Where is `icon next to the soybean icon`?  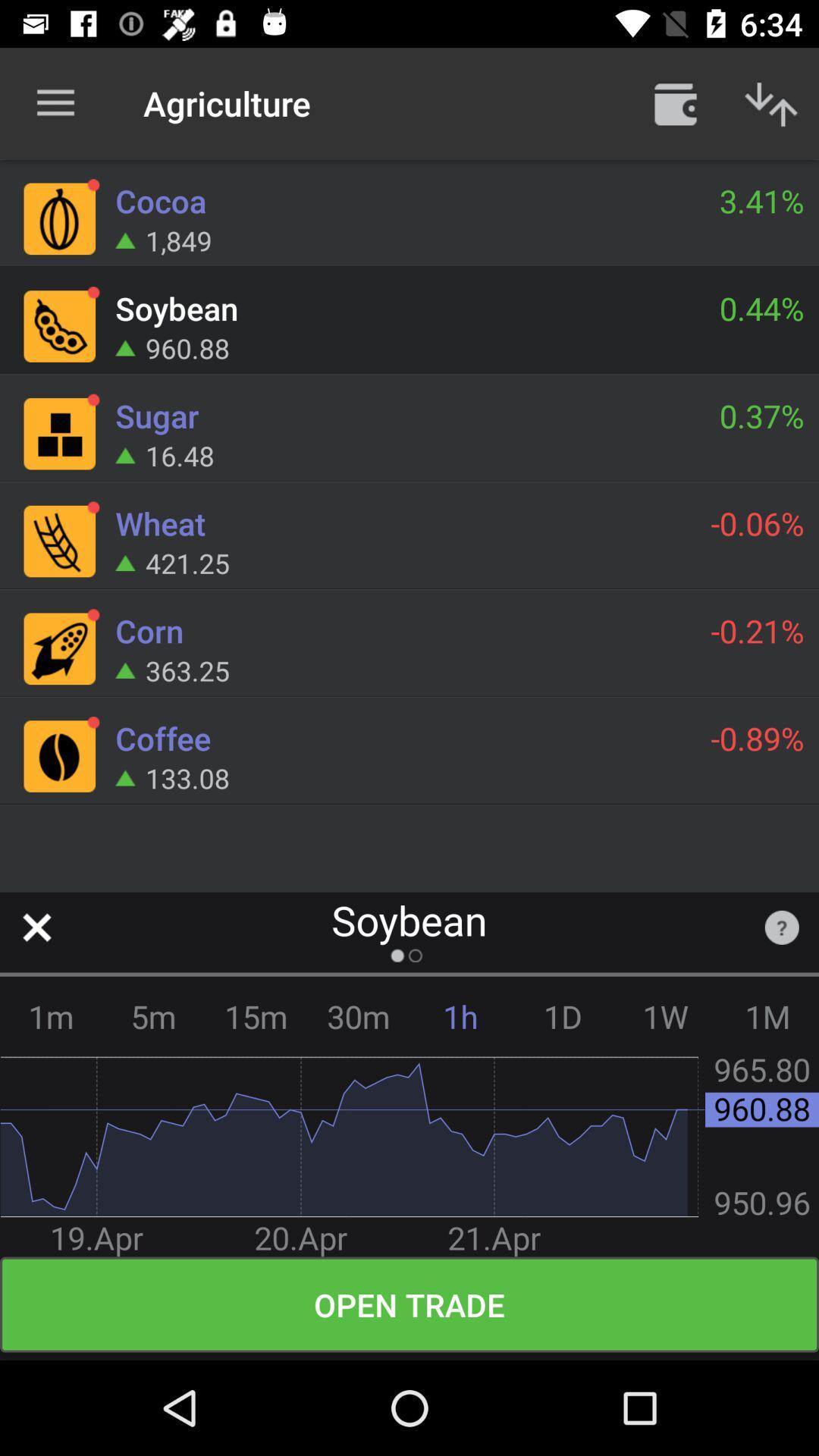 icon next to the soybean icon is located at coordinates (782, 927).